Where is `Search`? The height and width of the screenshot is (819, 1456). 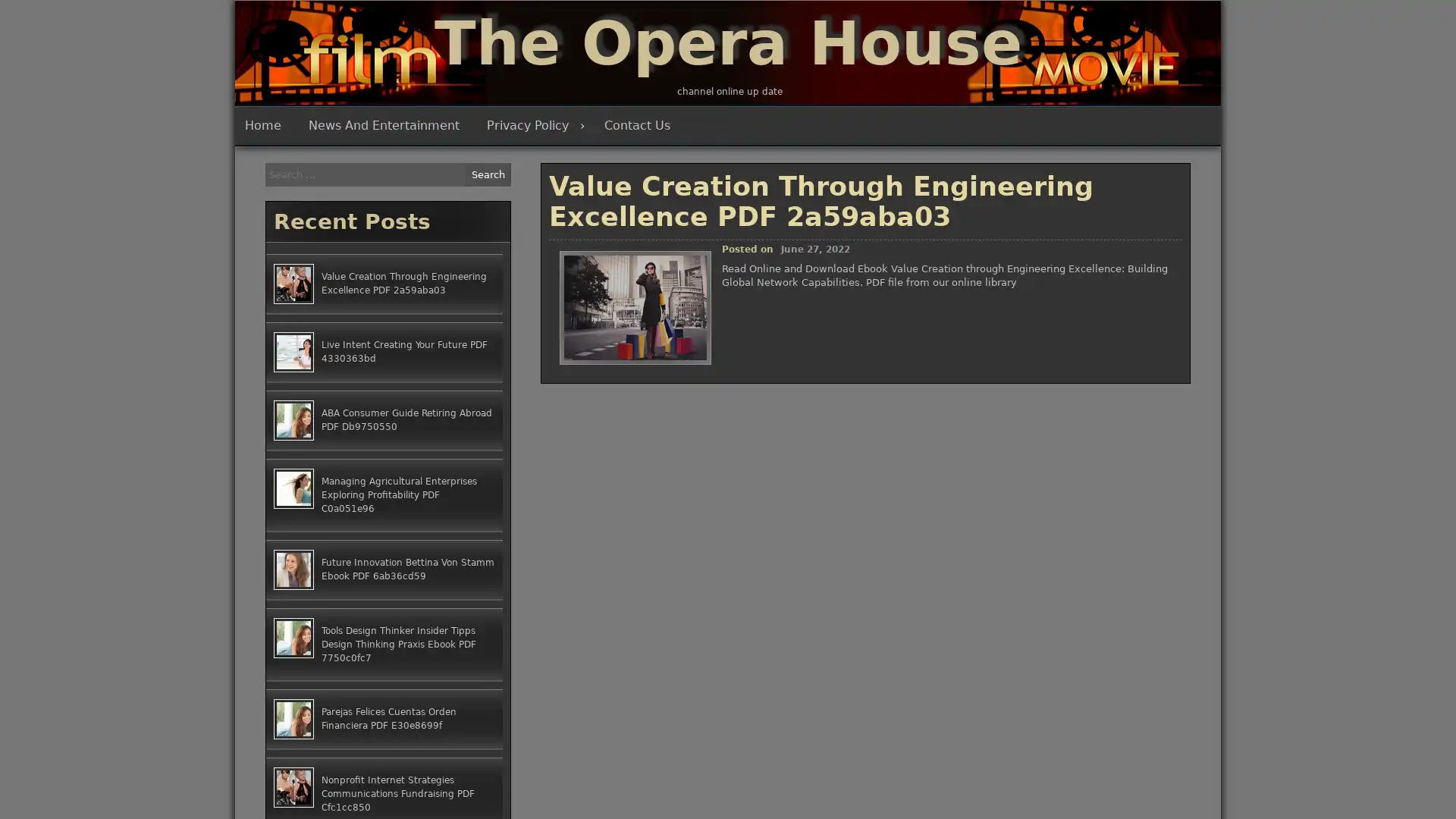
Search is located at coordinates (488, 174).